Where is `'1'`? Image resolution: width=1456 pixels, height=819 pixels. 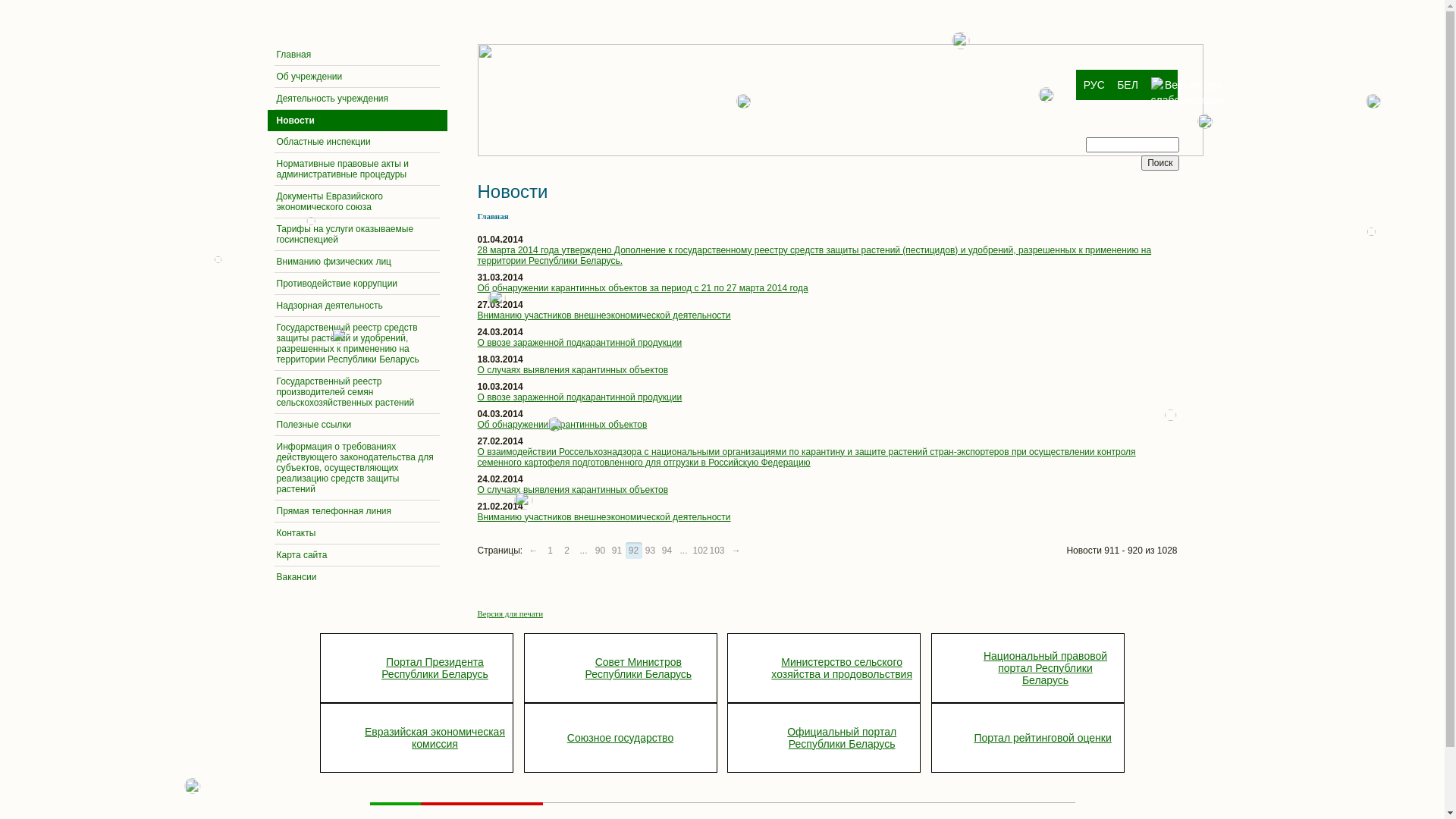
'1' is located at coordinates (549, 550).